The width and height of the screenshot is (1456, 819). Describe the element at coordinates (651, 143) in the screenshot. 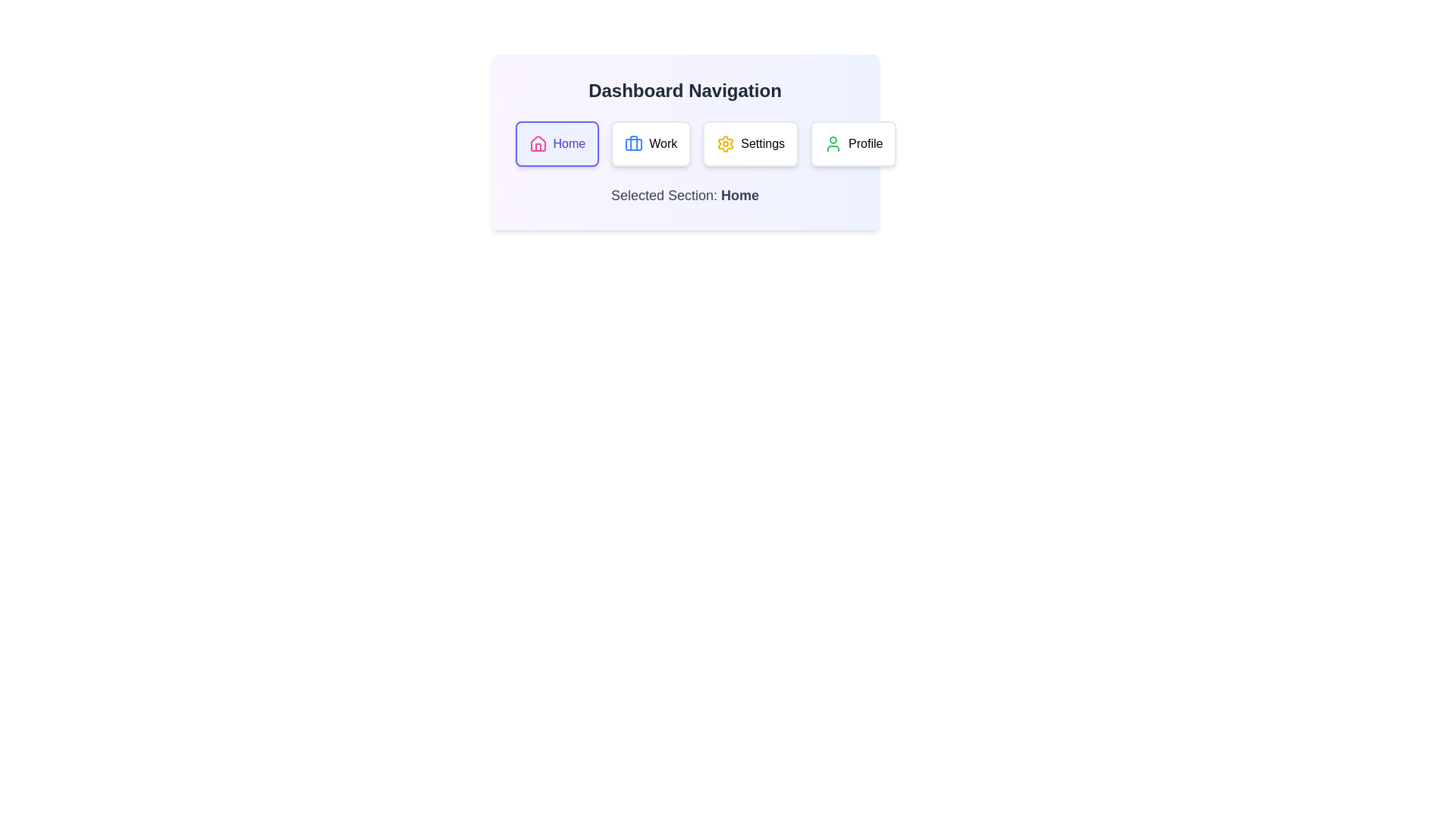

I see `the 'Work' button, which is a rectangular interactive item with a white background, slightly rounded corners, and a blue briefcase icon followed by black text, to trigger a visual effect` at that location.